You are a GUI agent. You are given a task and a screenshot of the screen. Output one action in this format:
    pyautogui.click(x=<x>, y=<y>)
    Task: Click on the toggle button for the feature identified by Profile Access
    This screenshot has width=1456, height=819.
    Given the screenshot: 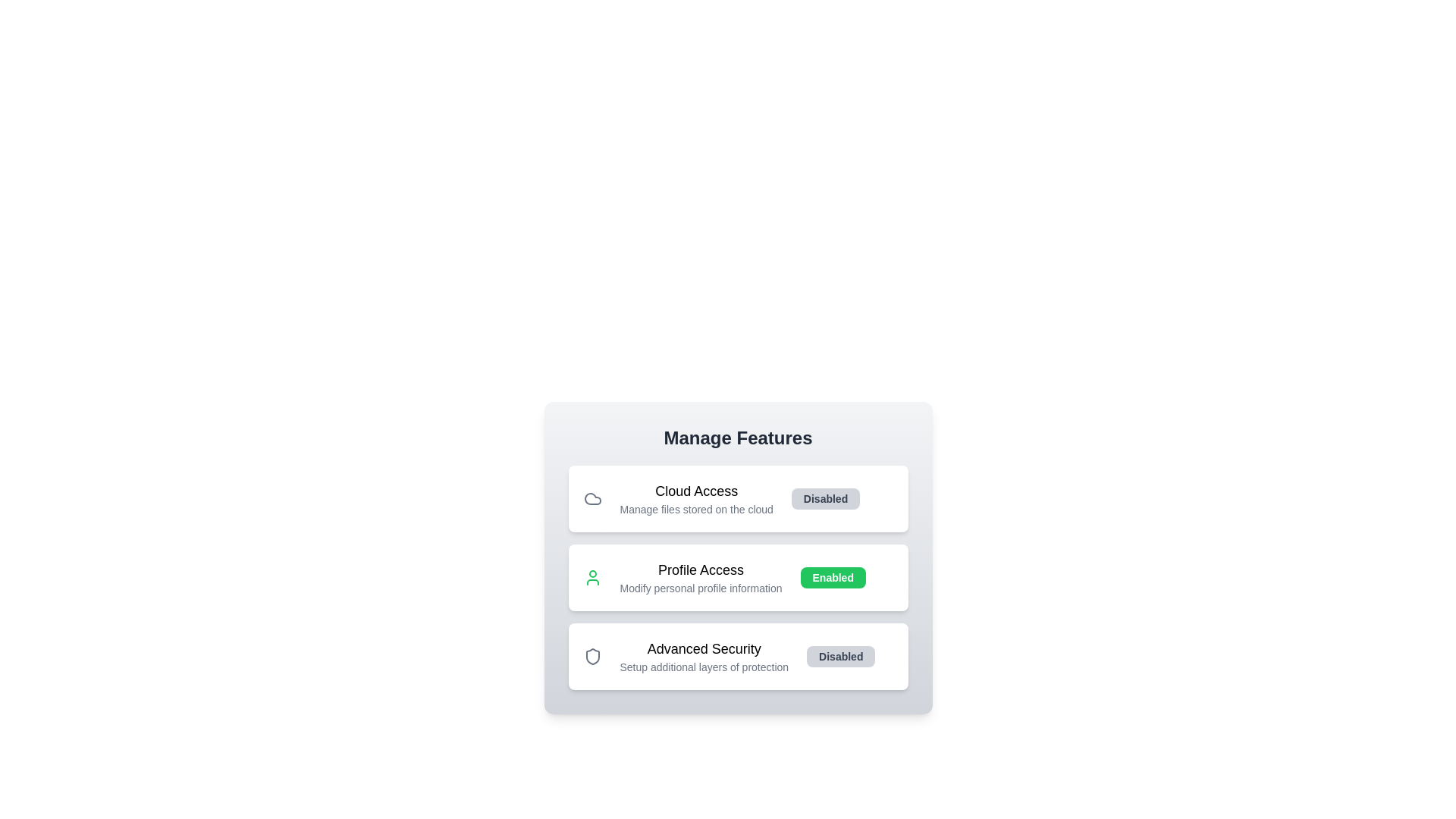 What is the action you would take?
    pyautogui.click(x=832, y=578)
    